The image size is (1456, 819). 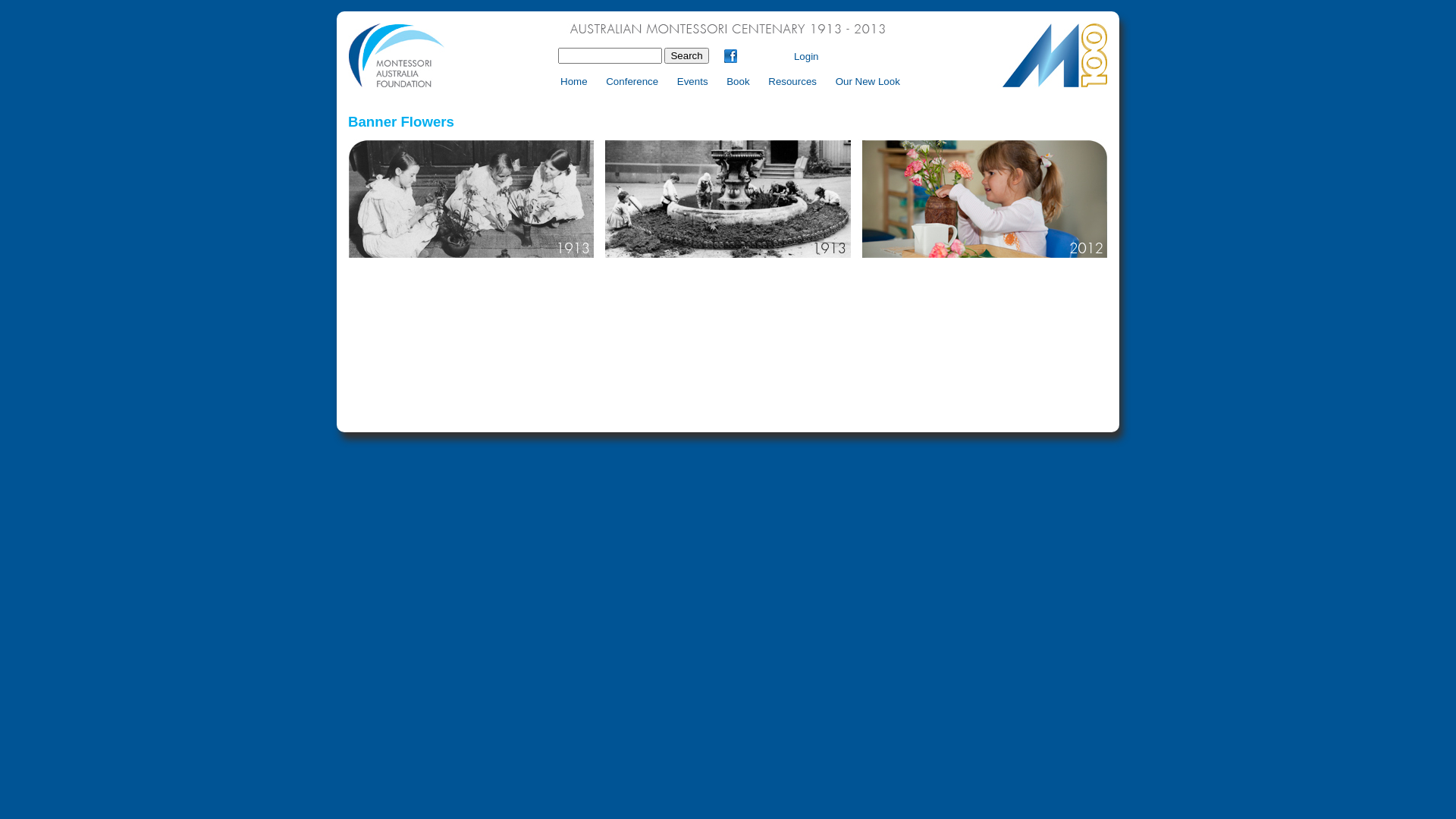 What do you see at coordinates (631, 81) in the screenshot?
I see `'Conference'` at bounding box center [631, 81].